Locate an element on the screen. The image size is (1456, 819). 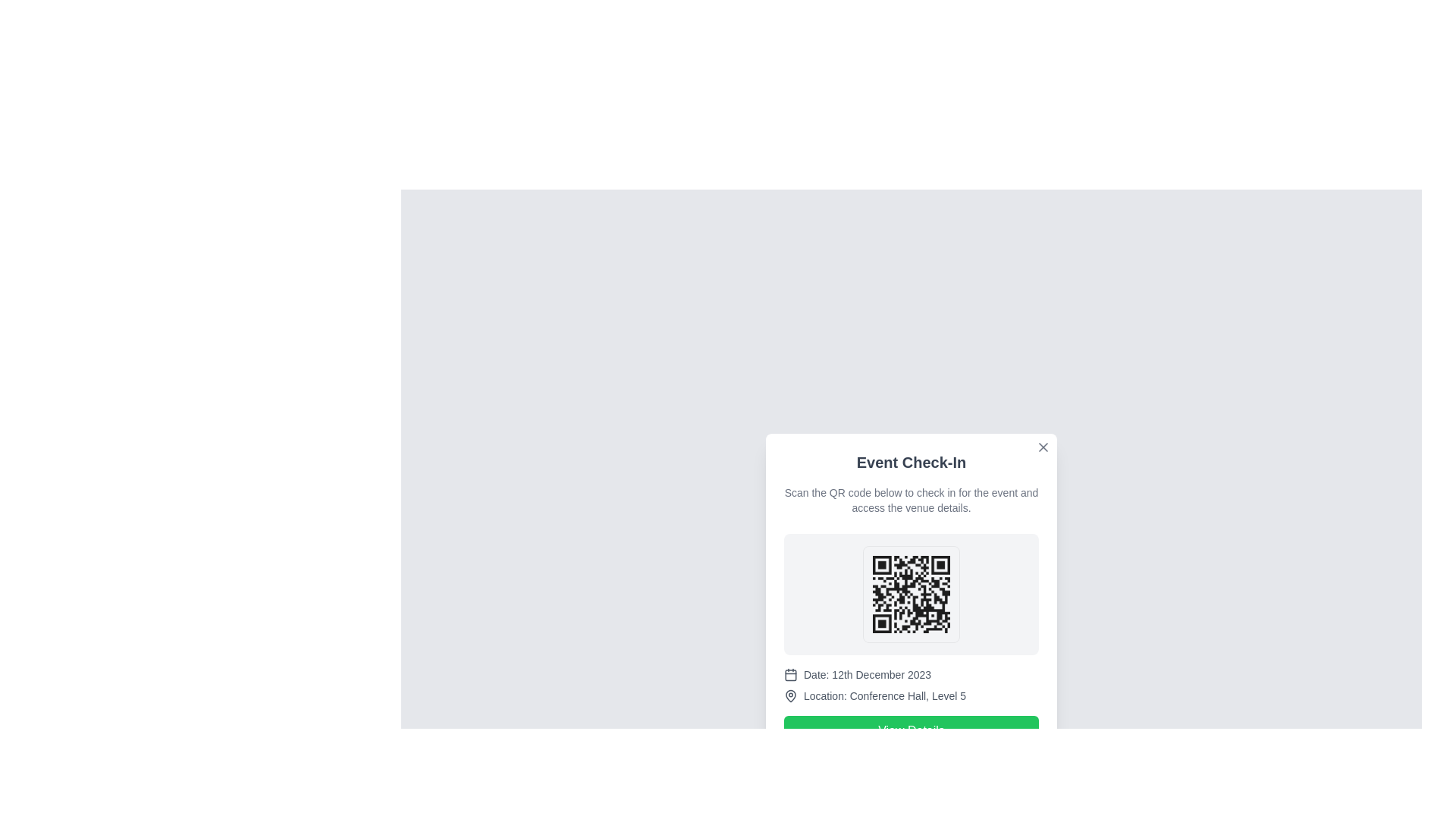
the text element displaying 'Location: Conference Hall, Level 5' next to a pin map icon, located beneath the 'Date: 12th December 2023' text is located at coordinates (910, 696).